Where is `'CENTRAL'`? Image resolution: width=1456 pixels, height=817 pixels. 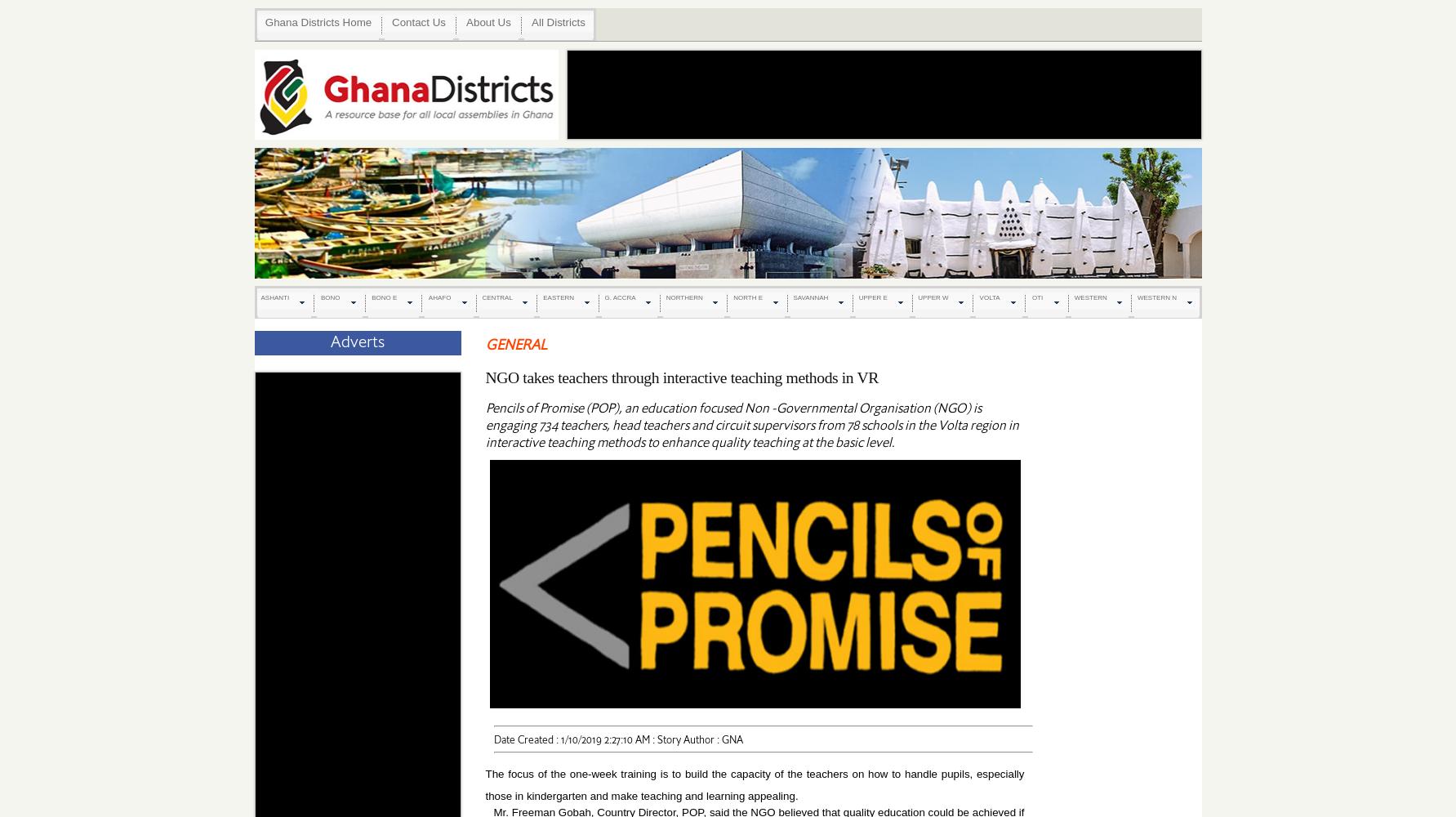 'CENTRAL' is located at coordinates (496, 297).